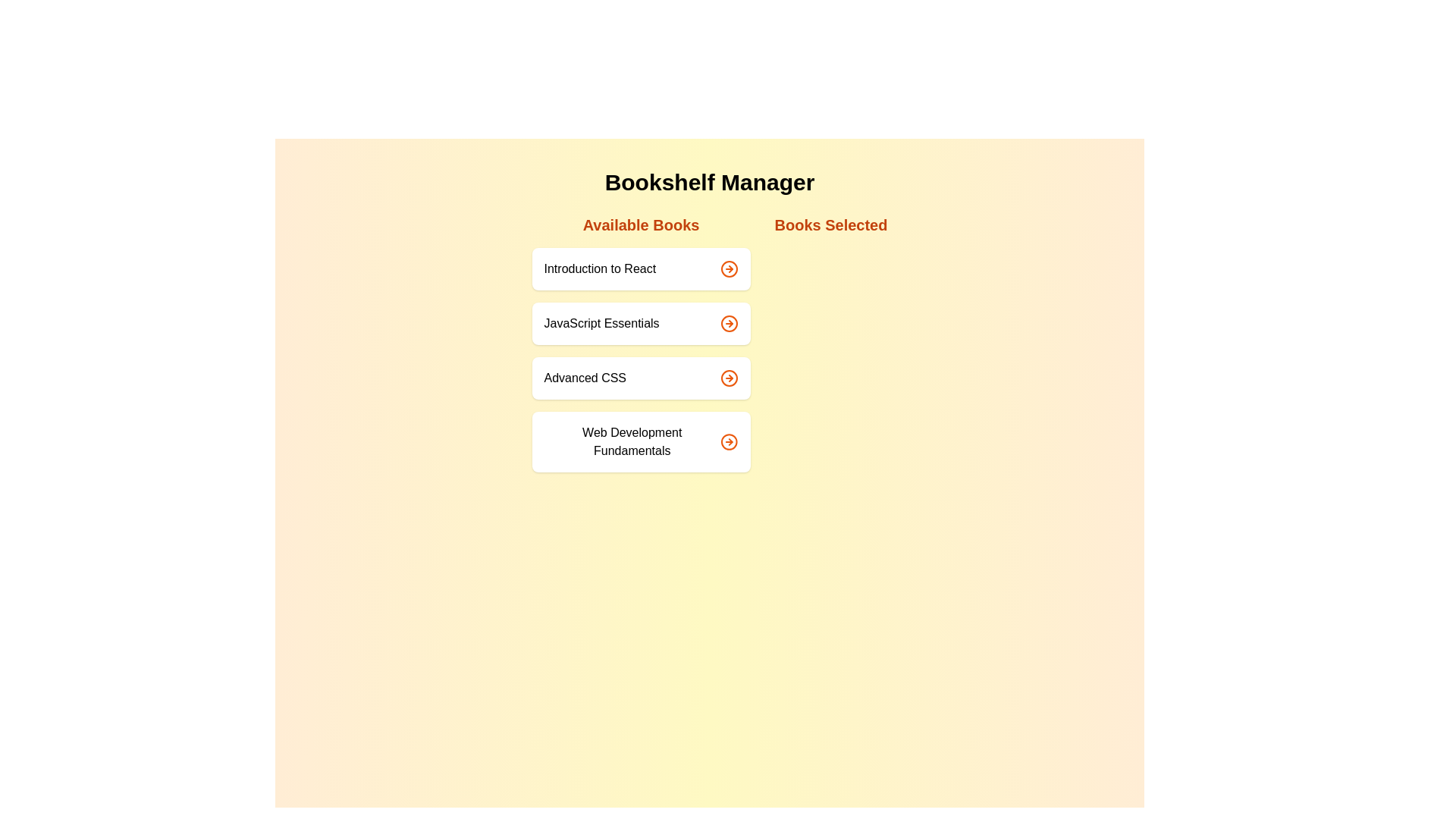 The width and height of the screenshot is (1456, 819). Describe the element at coordinates (729, 377) in the screenshot. I see `orange arrow next to the book 'Advanced CSS' in the 'Available Books' list to move it to the 'Books Selected' list` at that location.